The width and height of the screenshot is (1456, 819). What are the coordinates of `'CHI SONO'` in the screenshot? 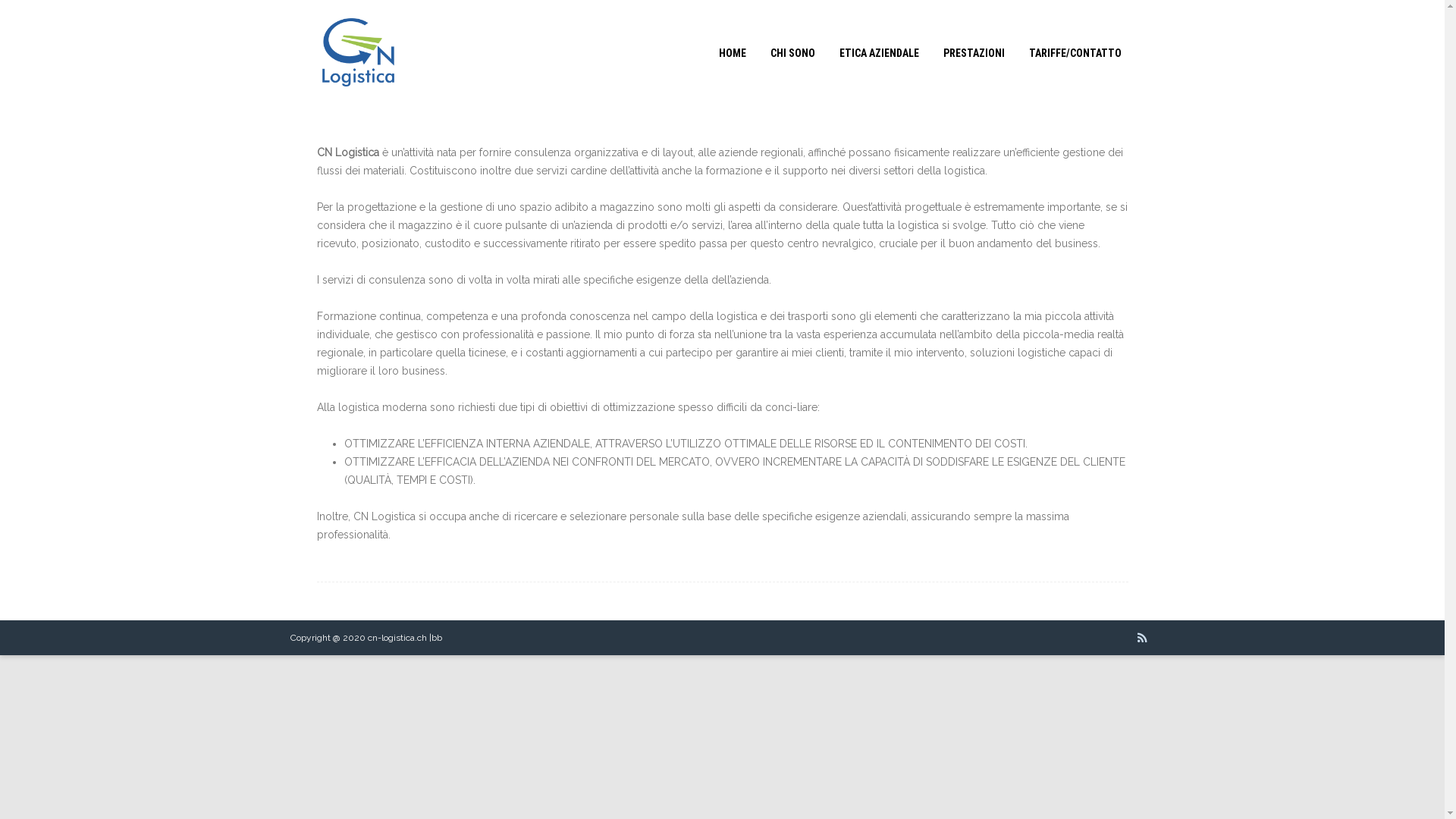 It's located at (758, 52).